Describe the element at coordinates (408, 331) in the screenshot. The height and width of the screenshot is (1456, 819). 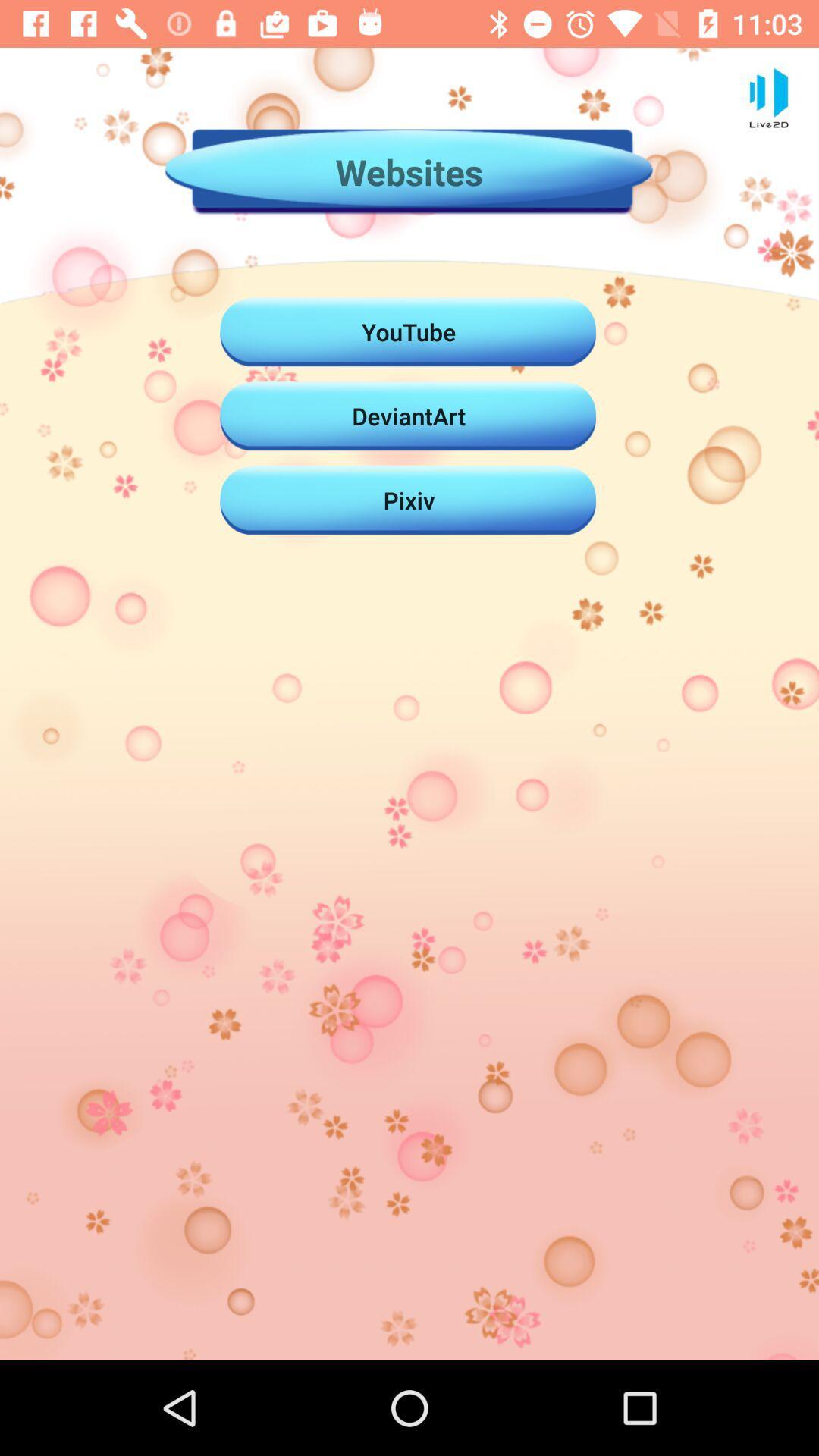
I see `the youtube` at that location.